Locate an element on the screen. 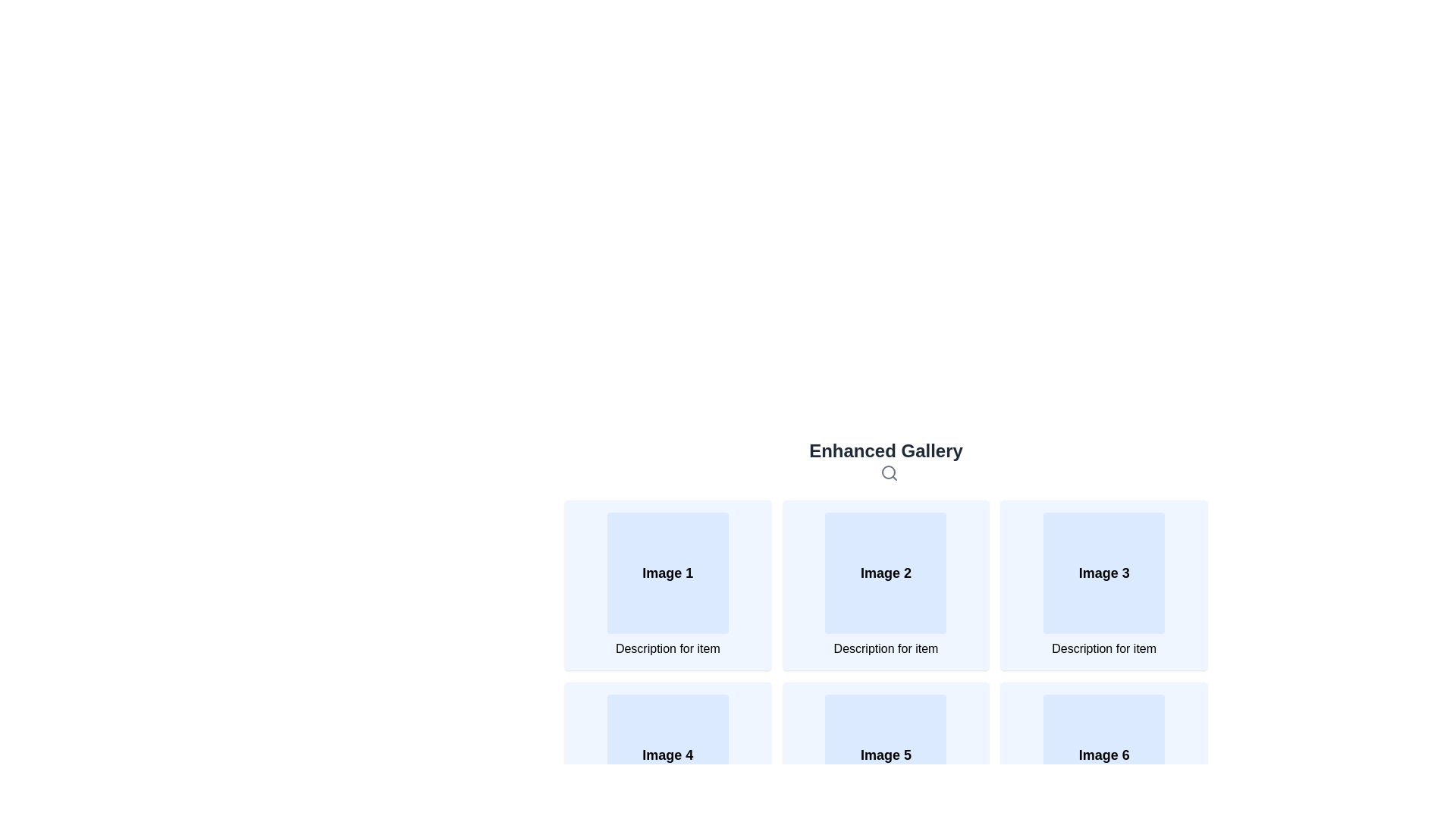 The width and height of the screenshot is (1456, 819). the square box with a light blue background that contains the bold text 'Image 4', located in the bottom left of the grid layout is located at coordinates (667, 755).